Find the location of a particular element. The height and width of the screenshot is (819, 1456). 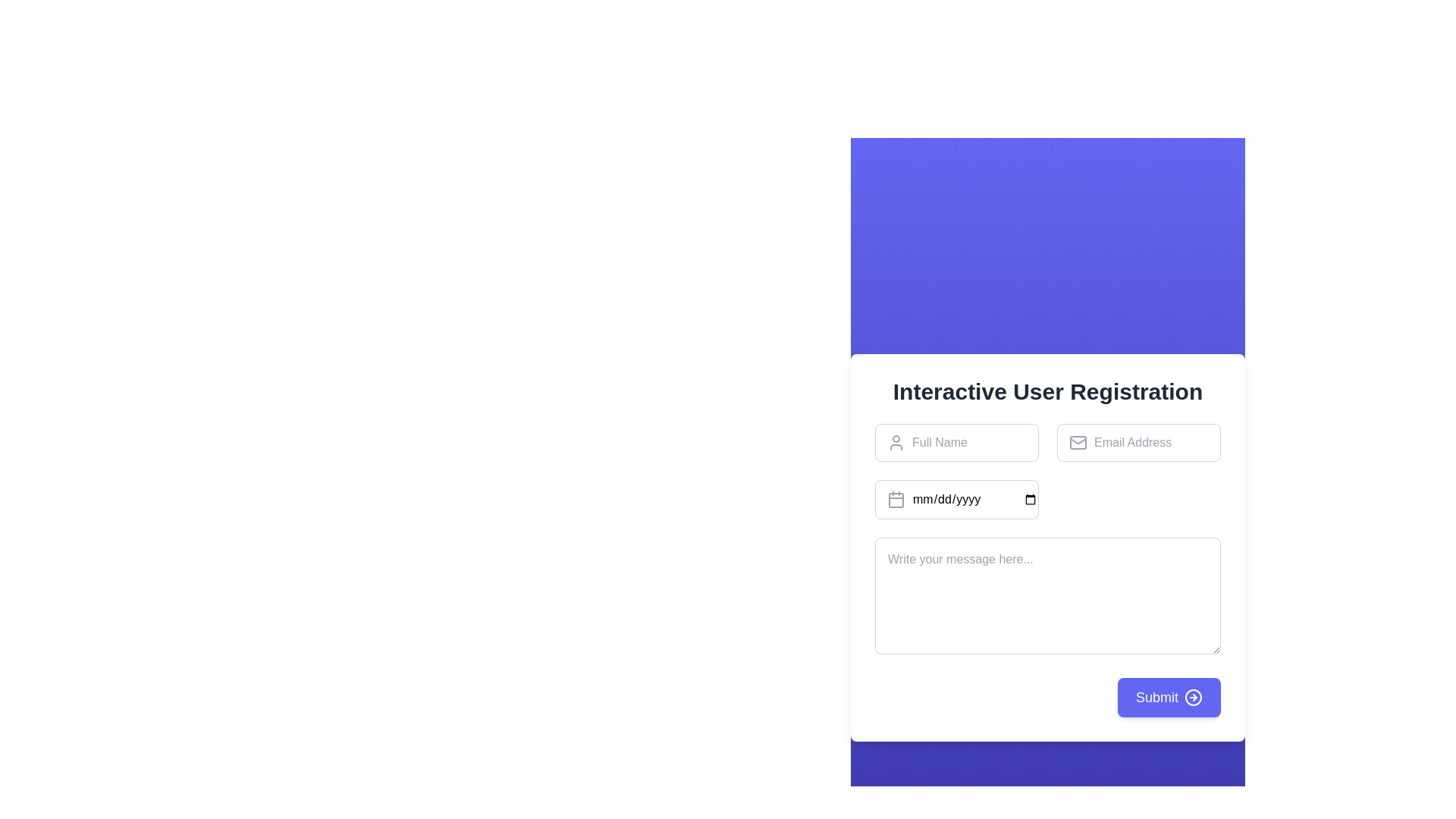

the internal rectangular graphical shape with rounded corners inside the mail icon component, located to the left of the 'Email Address' input field is located at coordinates (1077, 442).